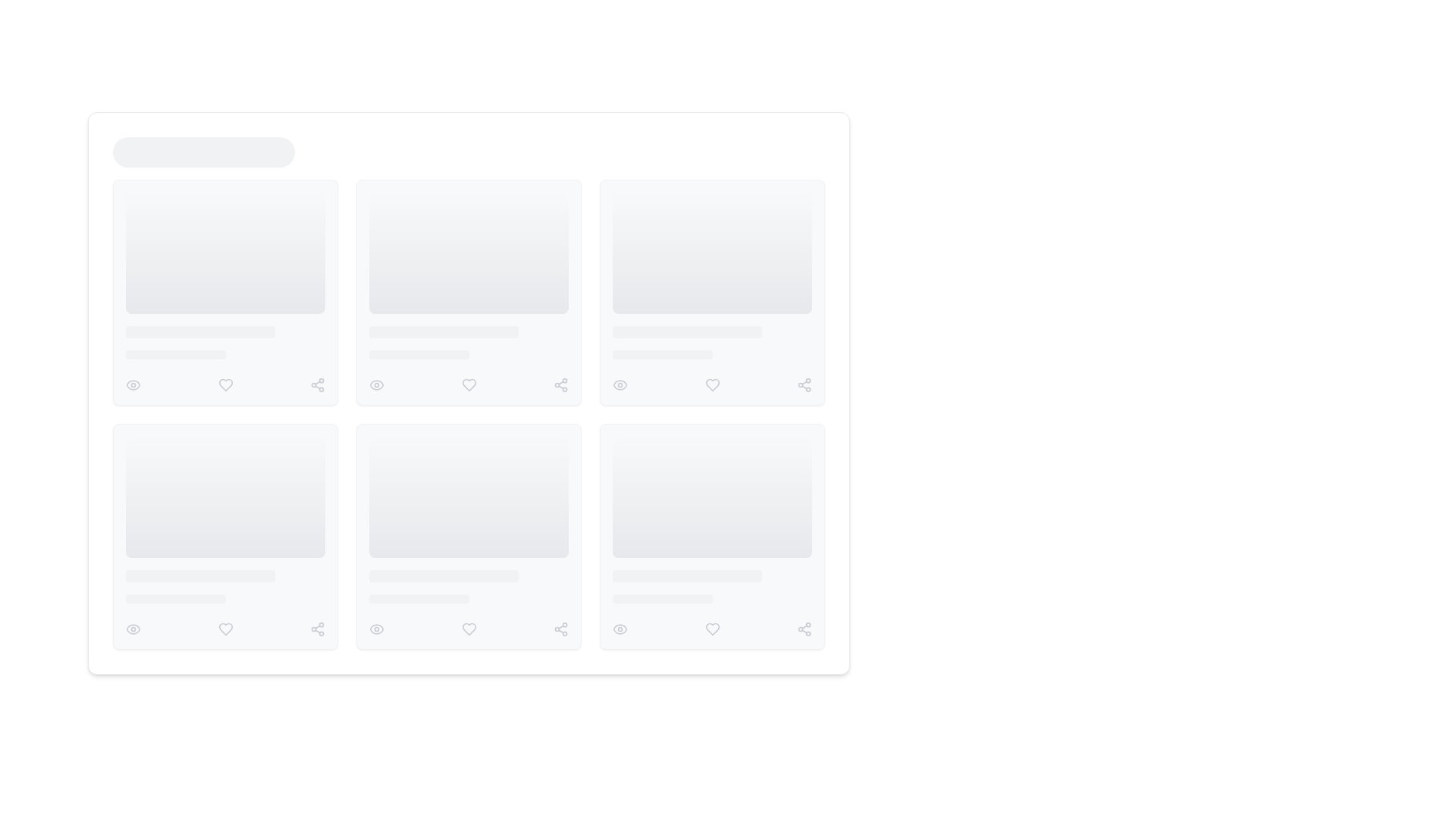 This screenshot has width=1456, height=819. I want to click on the rightmost share icon in the bottom row of the grid layout, so click(316, 629).